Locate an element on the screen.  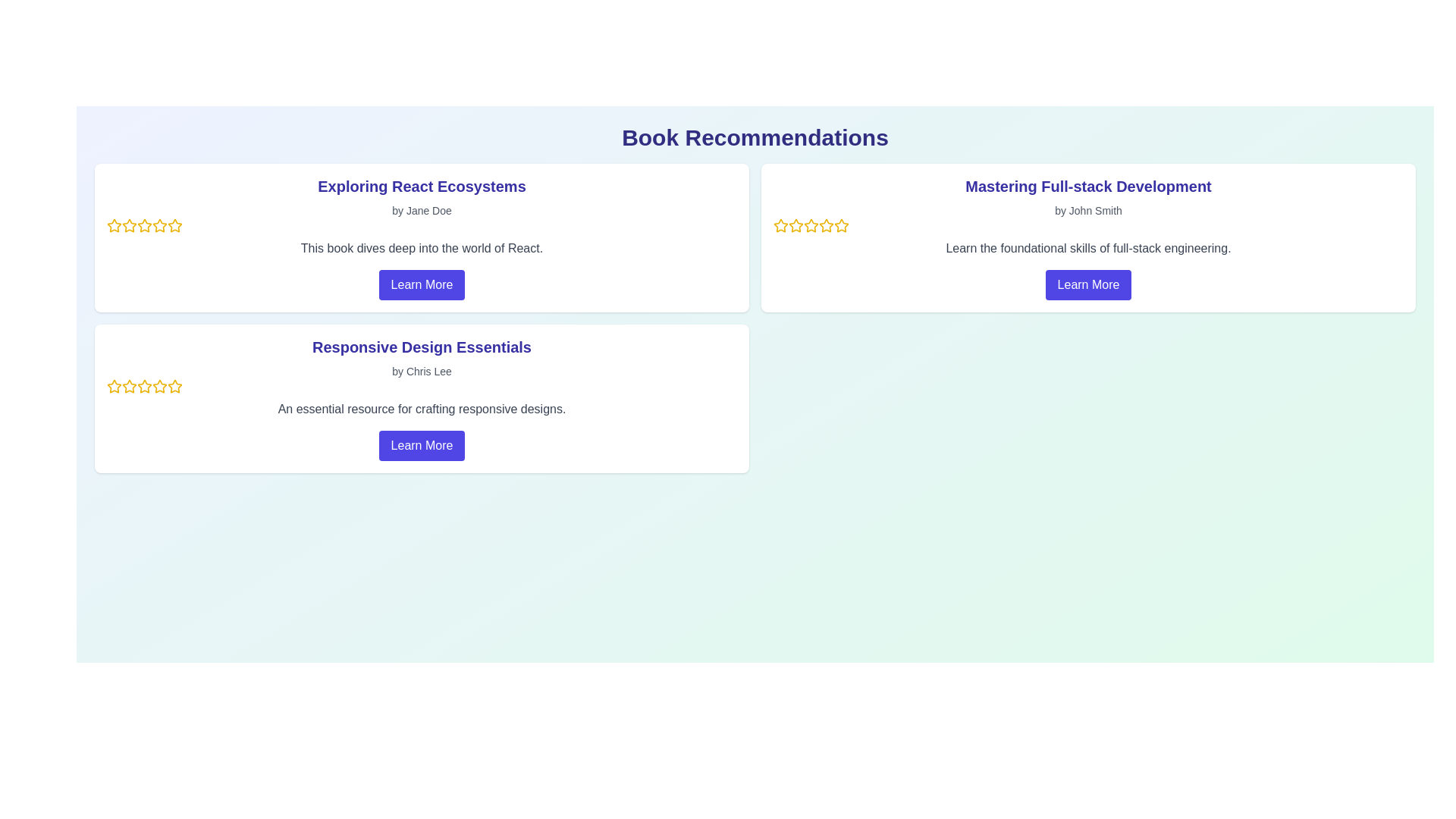
the text element that reads 'An essential resource for crafting responsive designs.' which is located below the title 'Responsive Design Essentials' and above the 'Learn More' button is located at coordinates (422, 409).